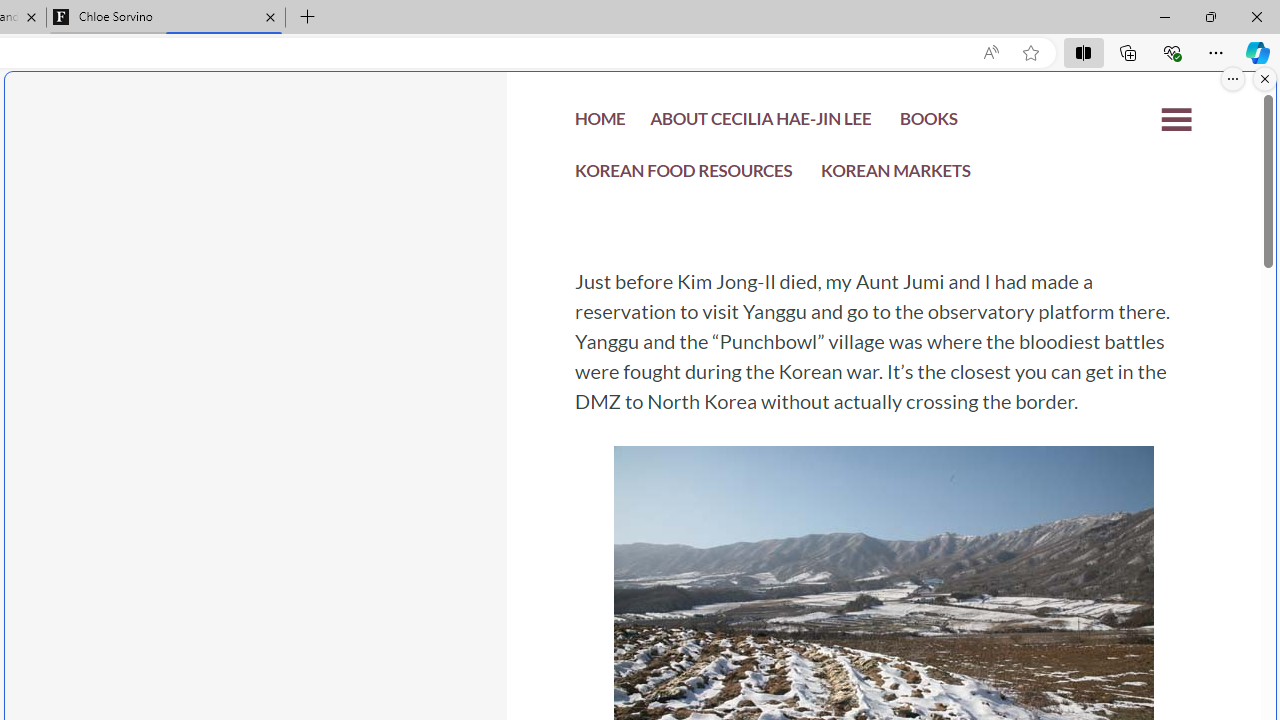  What do you see at coordinates (895, 175) in the screenshot?
I see `'KOREAN MARKETS'` at bounding box center [895, 175].